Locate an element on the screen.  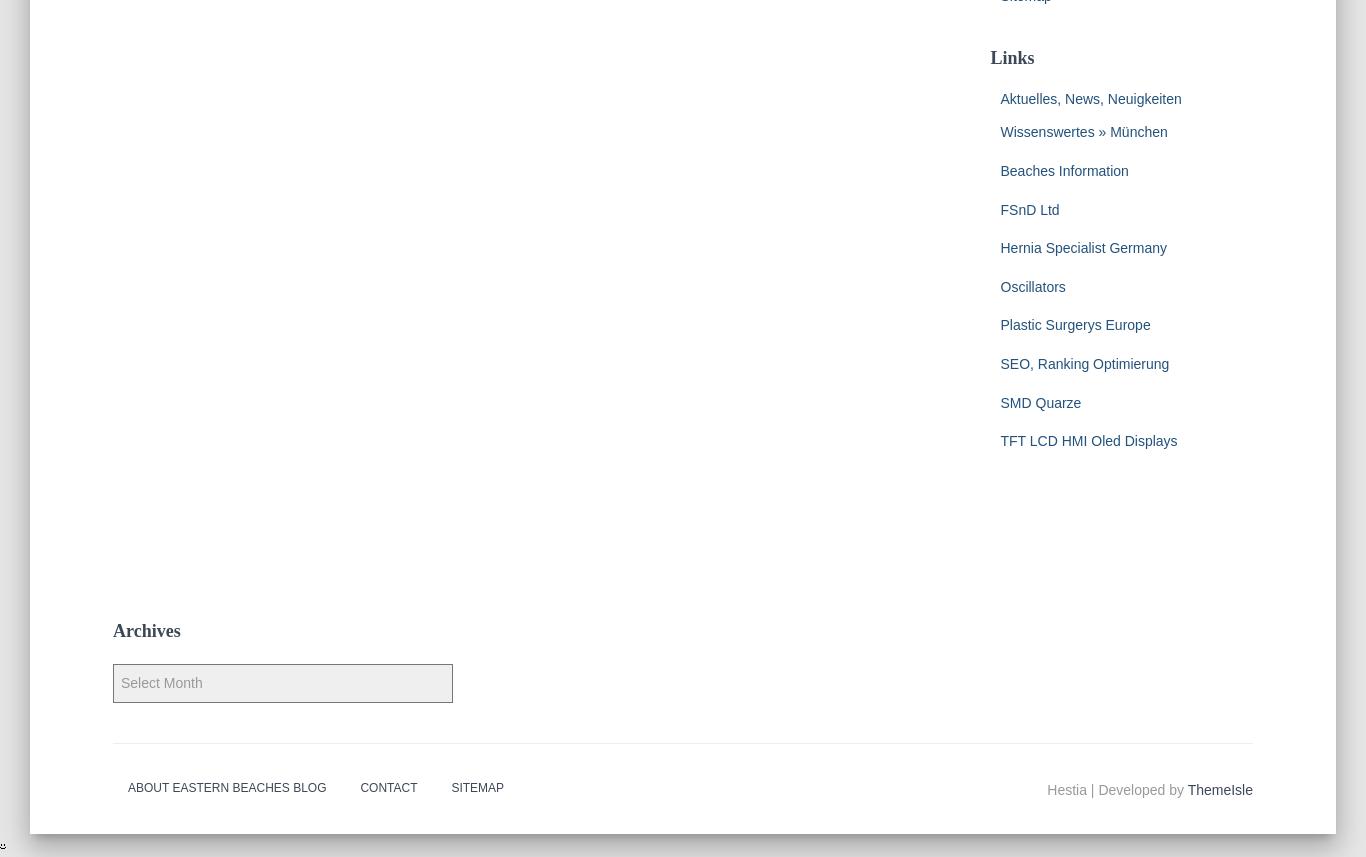
'FSnD Ltd' is located at coordinates (1028, 208).